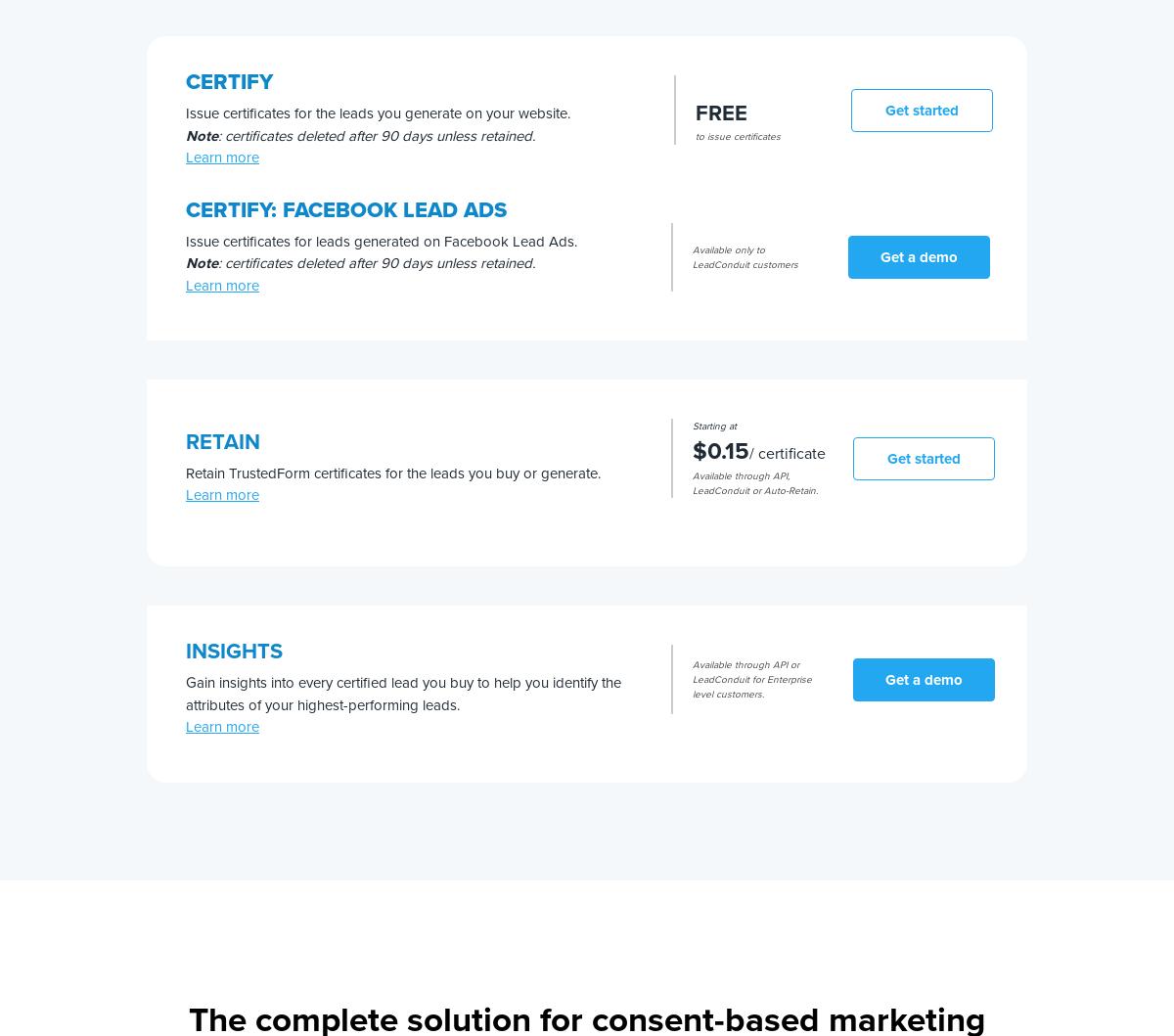  Describe the element at coordinates (184, 693) in the screenshot. I see `'Gain insights into every certified lead you buy to help you identify the attributes of your highest-performing leads.'` at that location.